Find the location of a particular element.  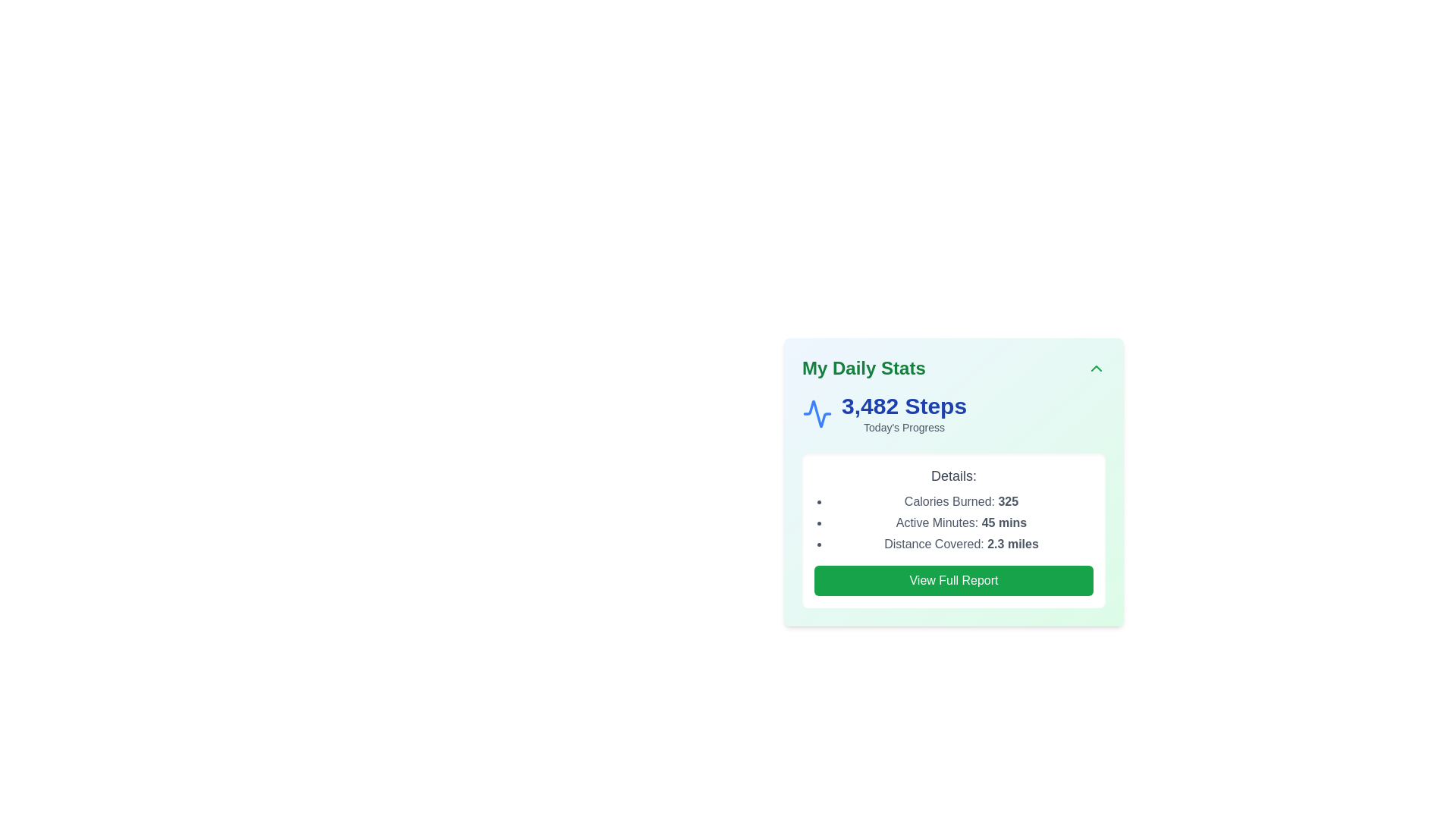

the text label displaying '2.3 miles' within the 'Details' section under 'My Daily Stats' is located at coordinates (1012, 543).